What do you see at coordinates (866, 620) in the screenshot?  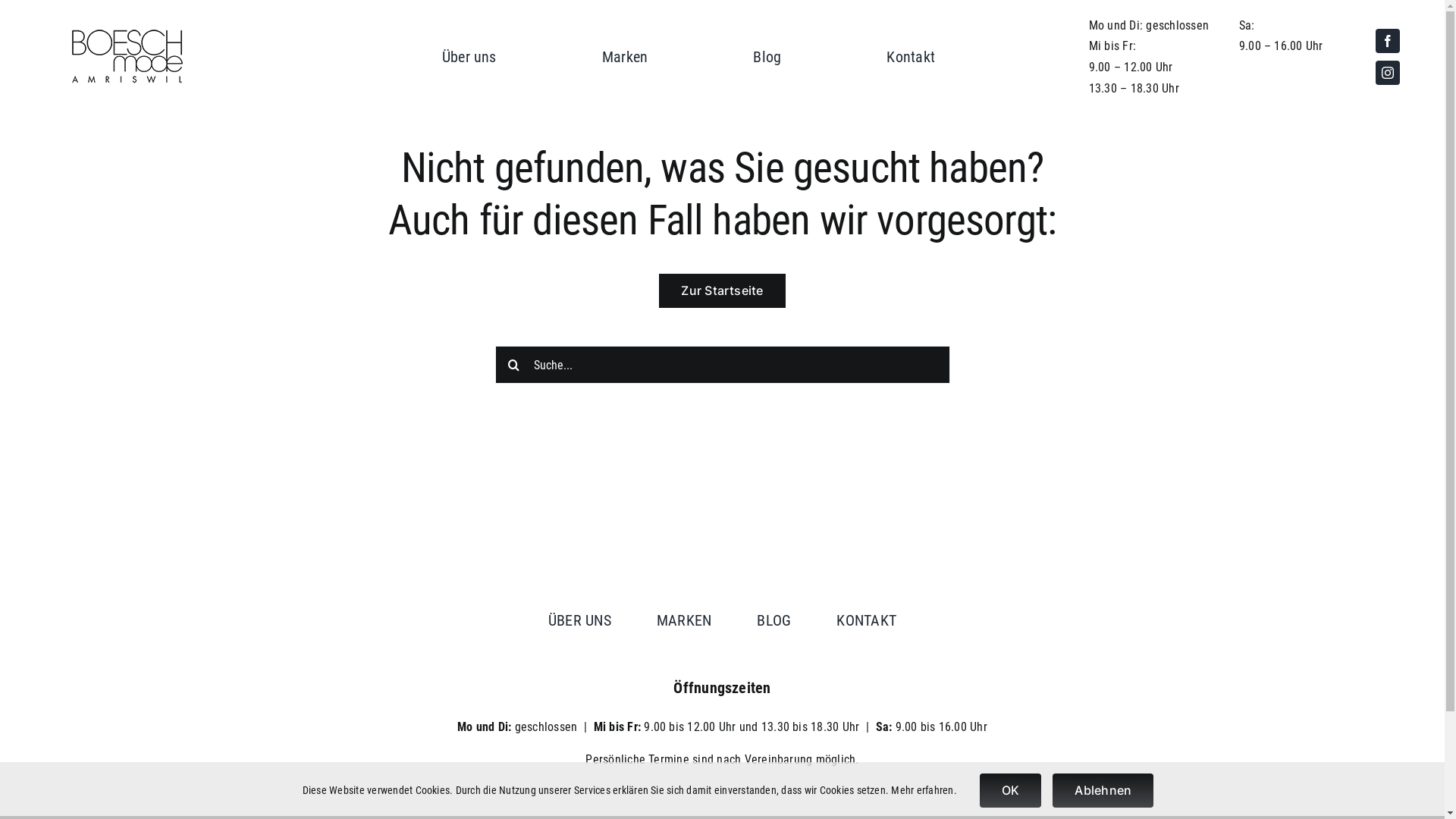 I see `'KONTAKT'` at bounding box center [866, 620].